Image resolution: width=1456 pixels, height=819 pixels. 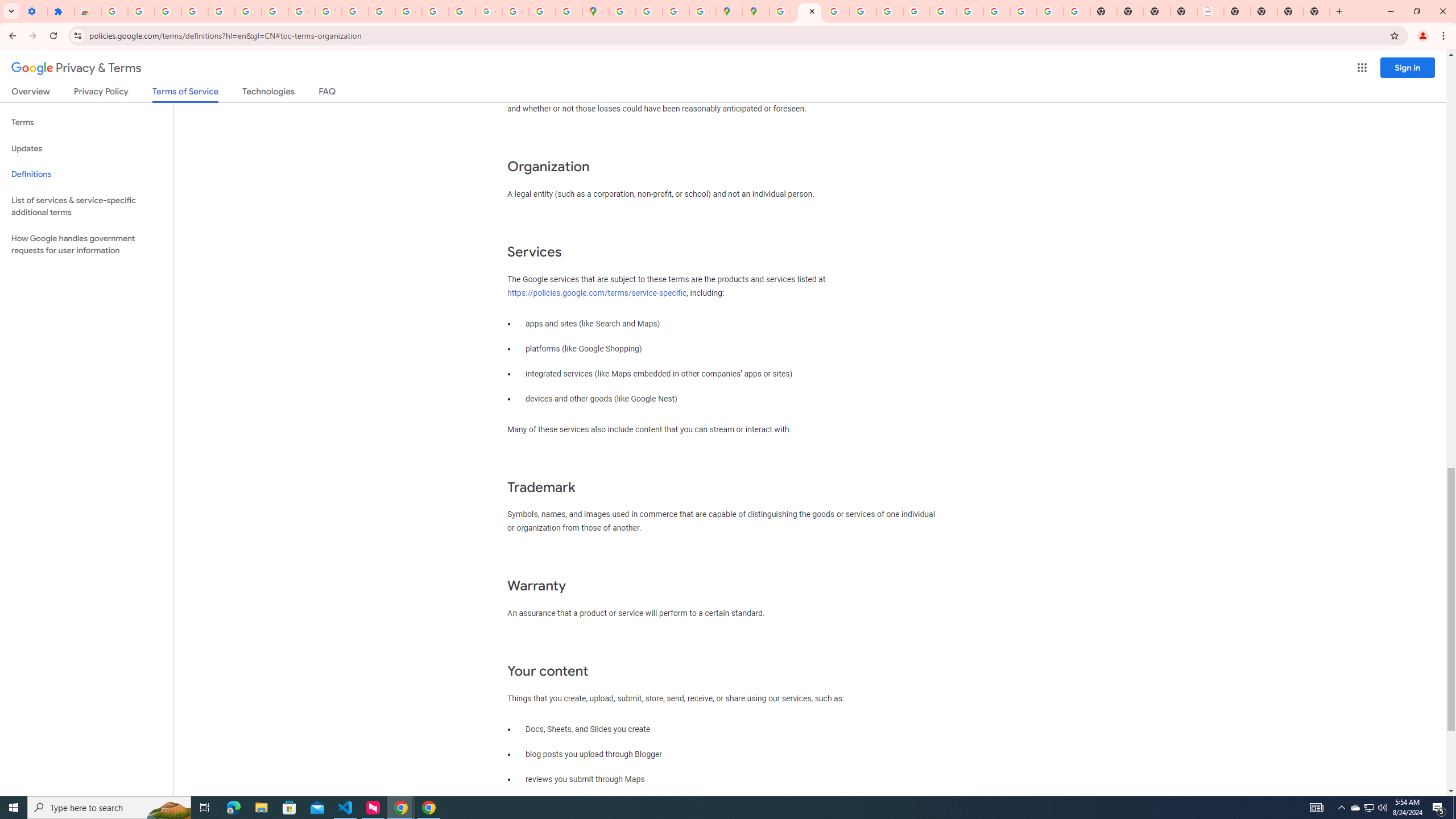 I want to click on 'Technologies', so click(x=268, y=93).